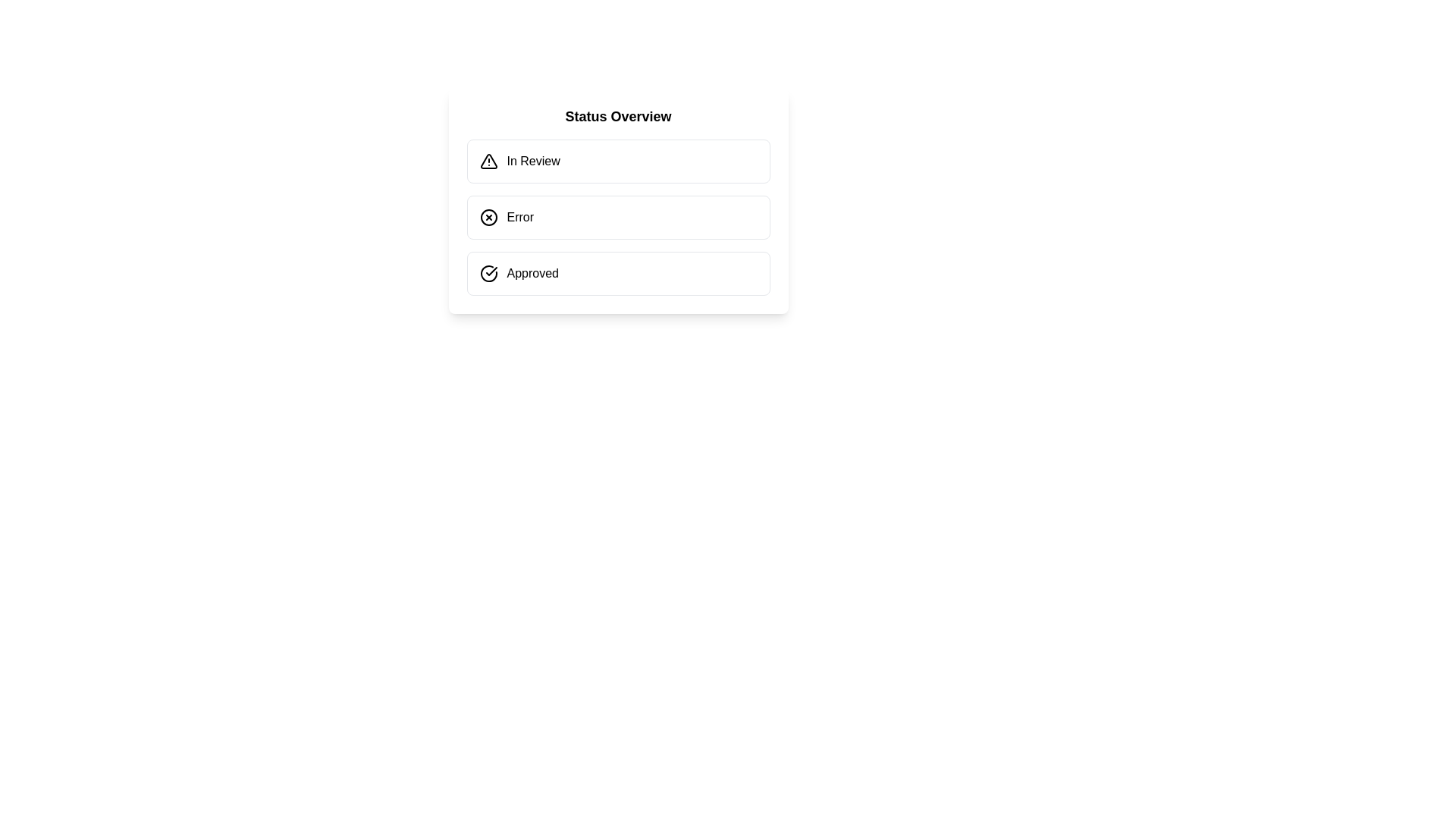  I want to click on the 'Approved' text label, which is part of the status indicators under 'Status Overview' and is located to the right of a checkmark icon, so click(532, 274).